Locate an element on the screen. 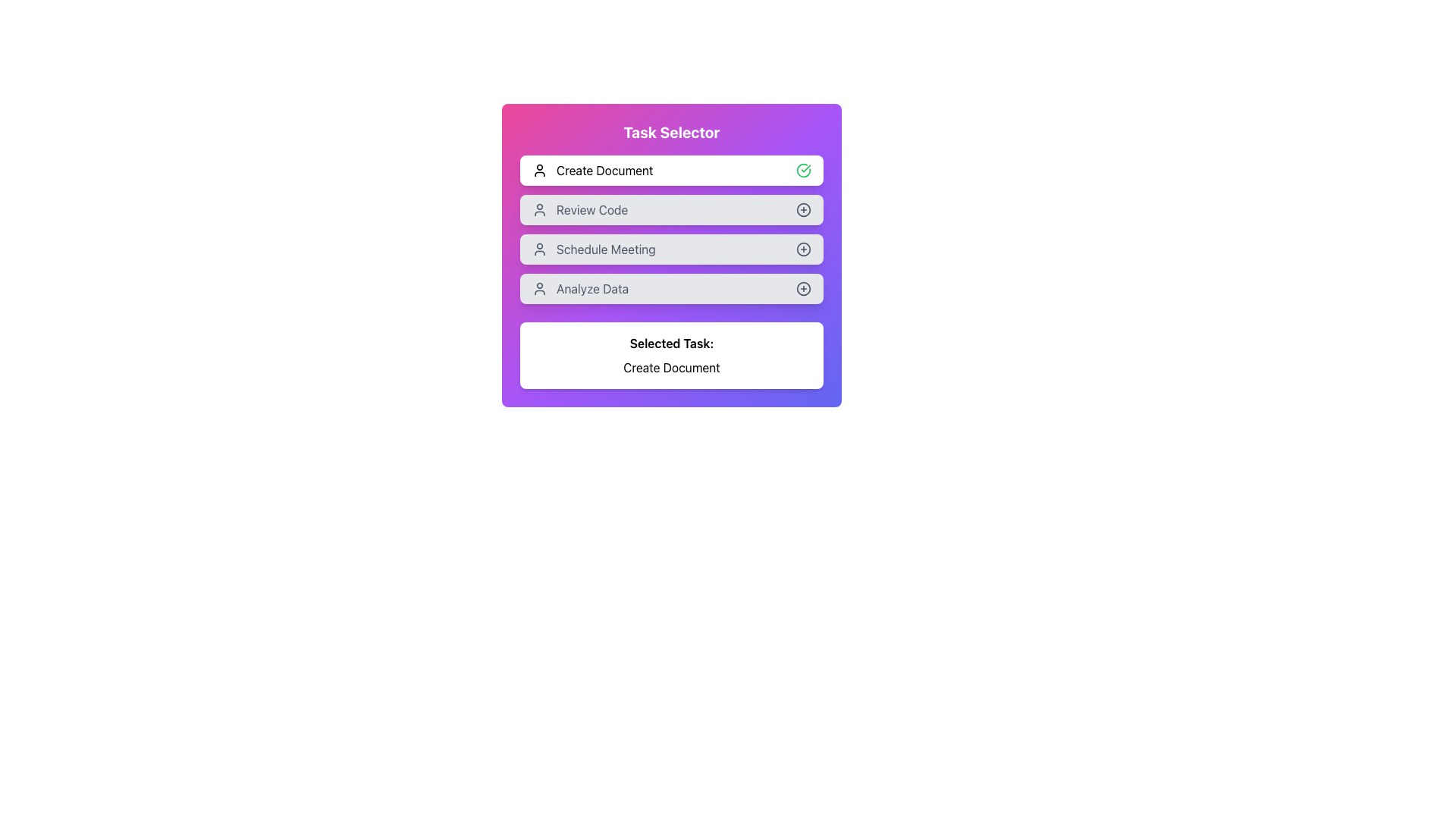 This screenshot has height=819, width=1456. the Text Label that indicates the currently highlighted or selected task, positioned below 'Selected Task:' in the bottom middle of the interface is located at coordinates (671, 368).